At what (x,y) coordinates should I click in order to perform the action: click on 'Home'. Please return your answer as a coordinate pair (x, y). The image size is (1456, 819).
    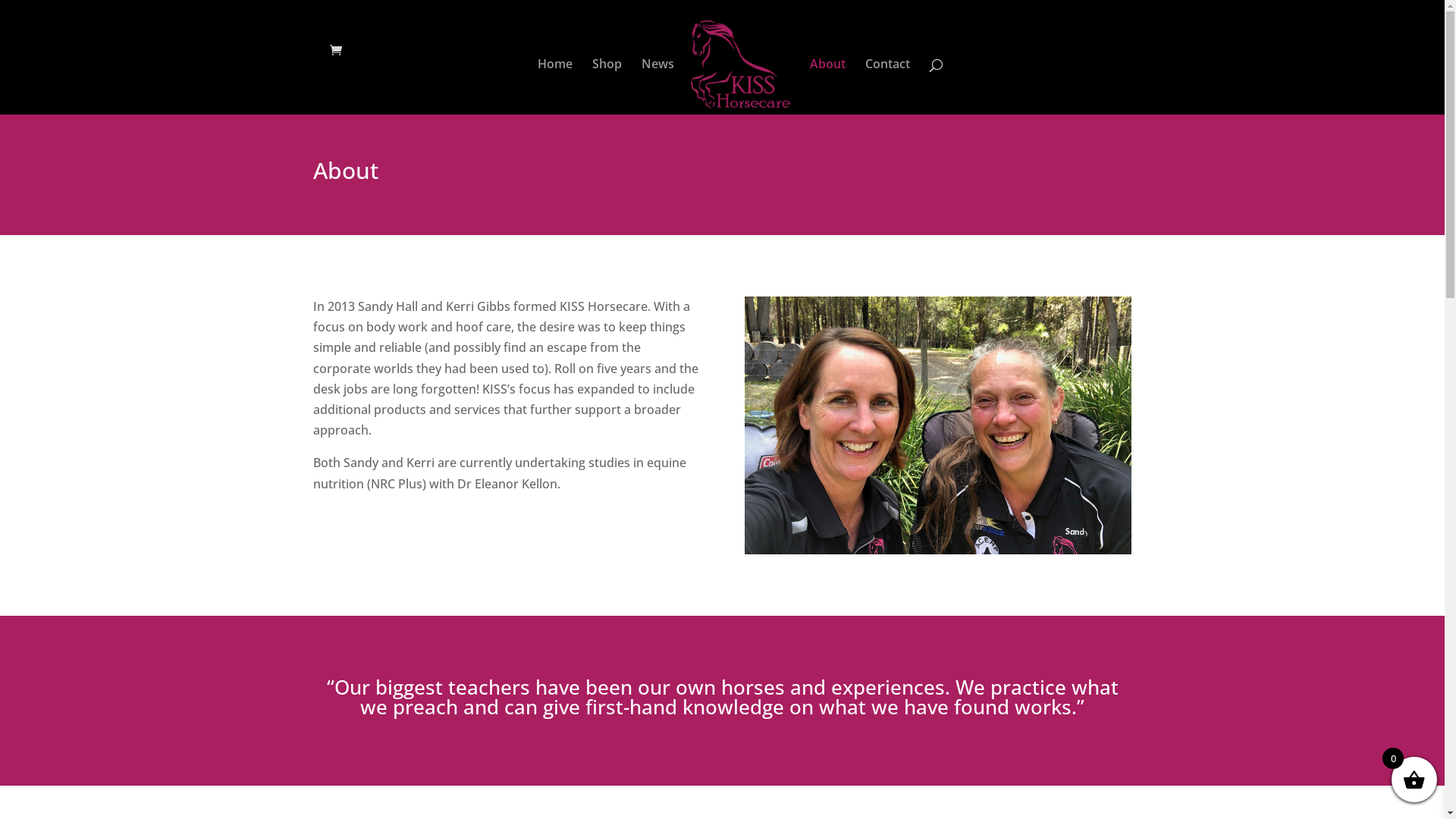
    Looking at the image, I should click on (554, 86).